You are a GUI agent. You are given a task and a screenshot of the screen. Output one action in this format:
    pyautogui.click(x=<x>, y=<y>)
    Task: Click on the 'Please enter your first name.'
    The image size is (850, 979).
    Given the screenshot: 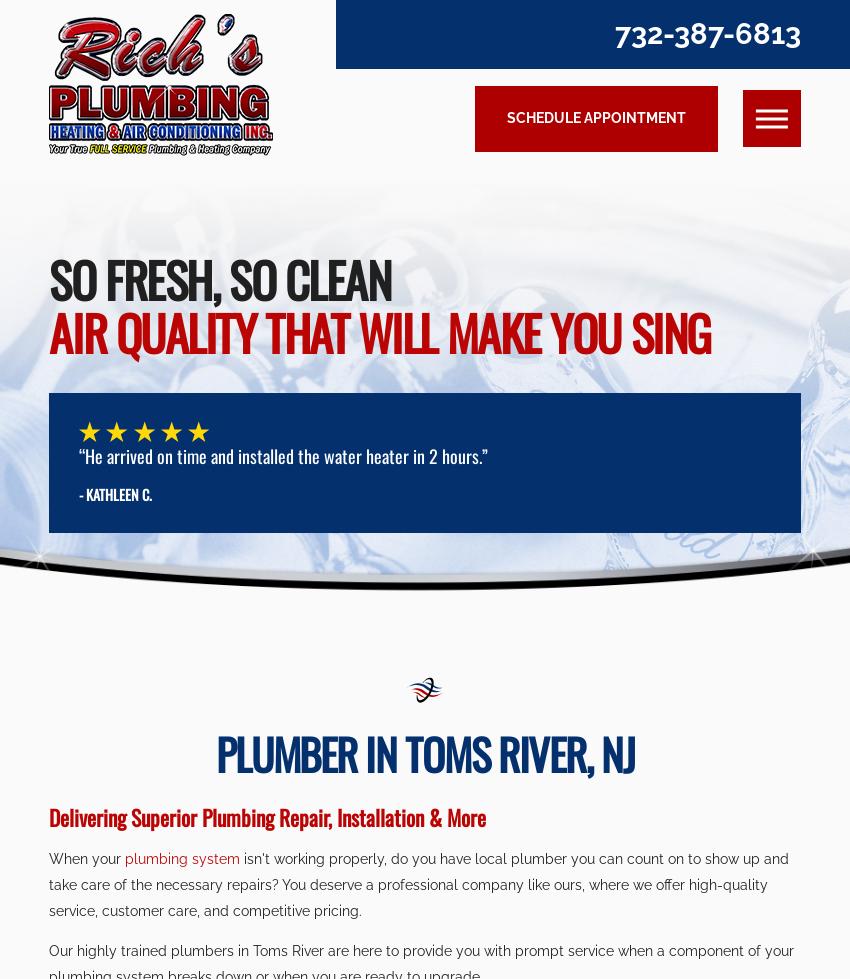 What is the action you would take?
    pyautogui.click(x=333, y=189)
    